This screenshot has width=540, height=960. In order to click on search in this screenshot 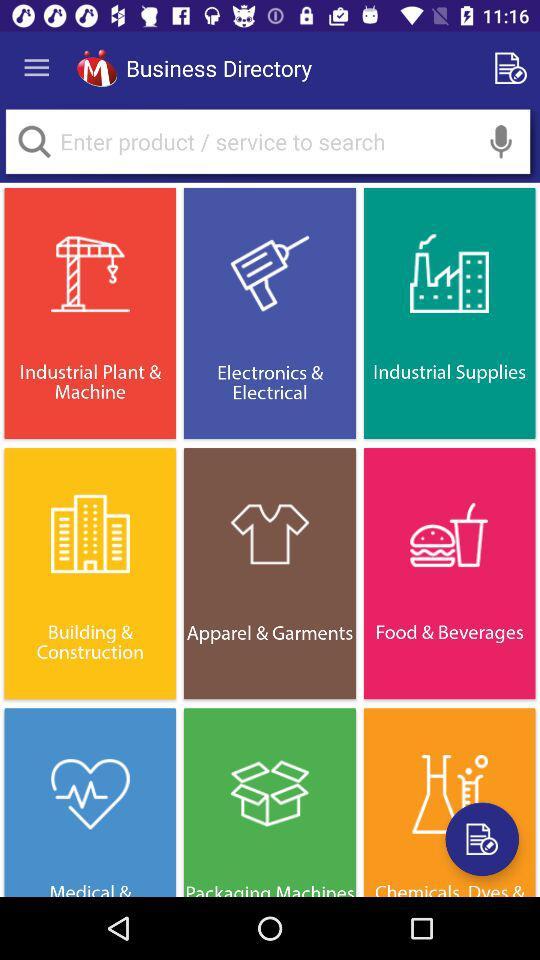, I will do `click(267, 140)`.